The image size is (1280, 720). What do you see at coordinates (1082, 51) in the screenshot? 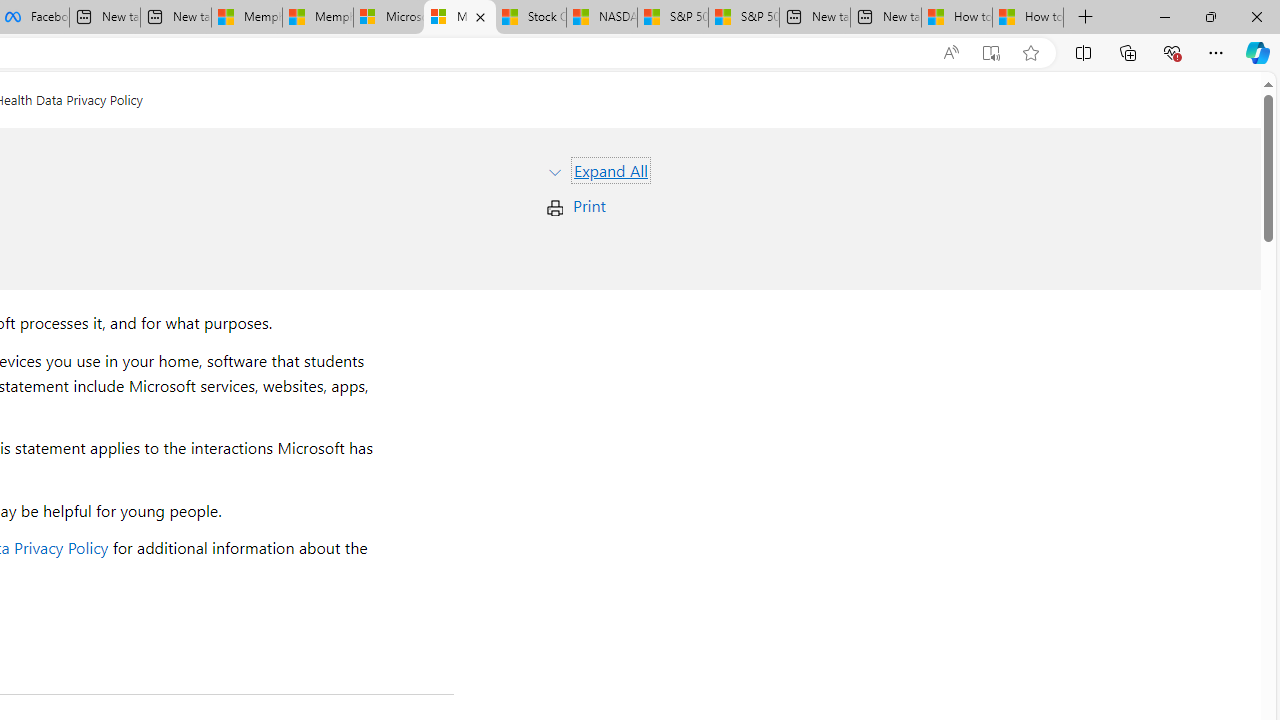
I see `'Split screen'` at bounding box center [1082, 51].